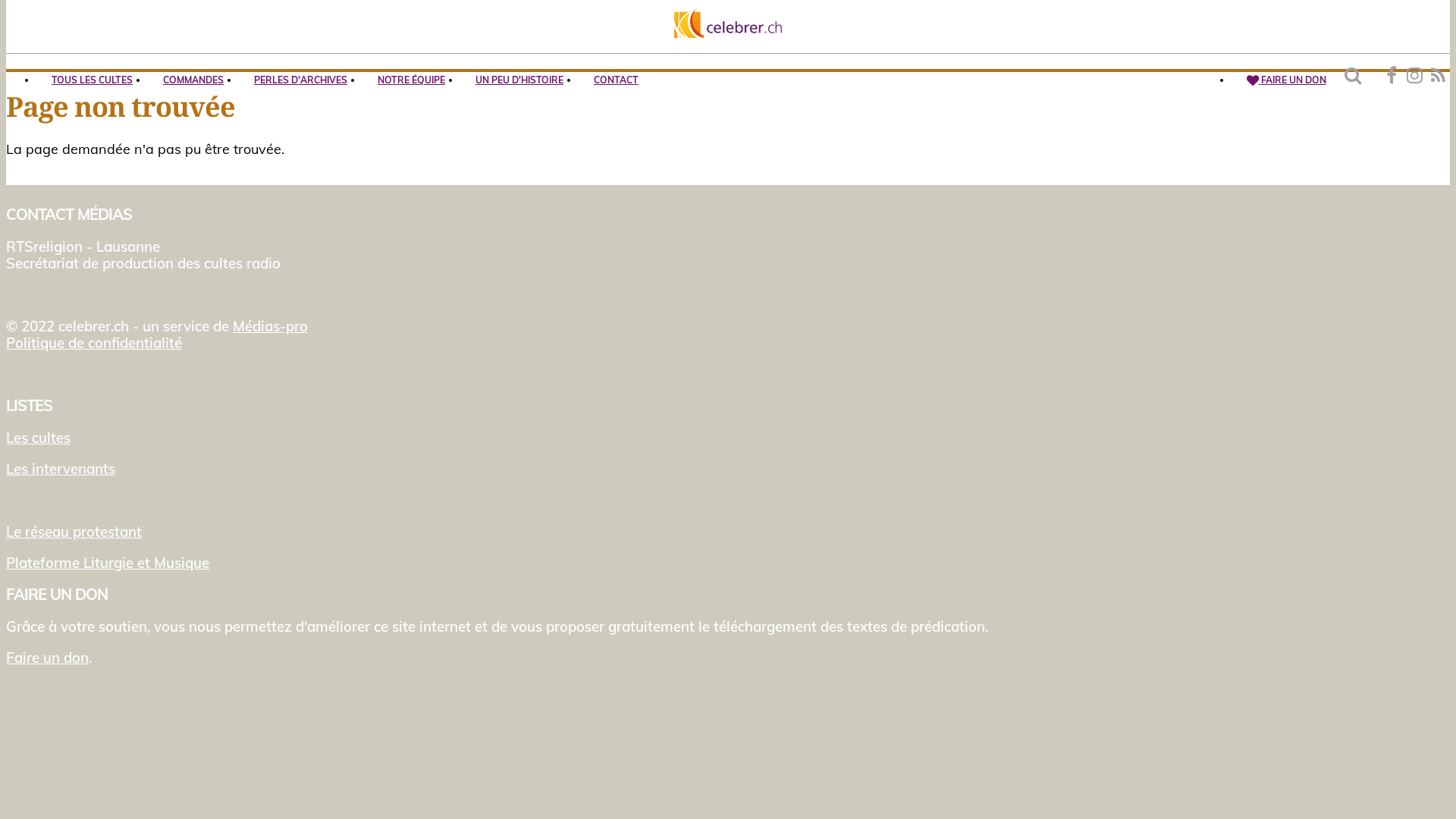 The height and width of the screenshot is (819, 1456). I want to click on 'Les cultes', so click(6, 438).